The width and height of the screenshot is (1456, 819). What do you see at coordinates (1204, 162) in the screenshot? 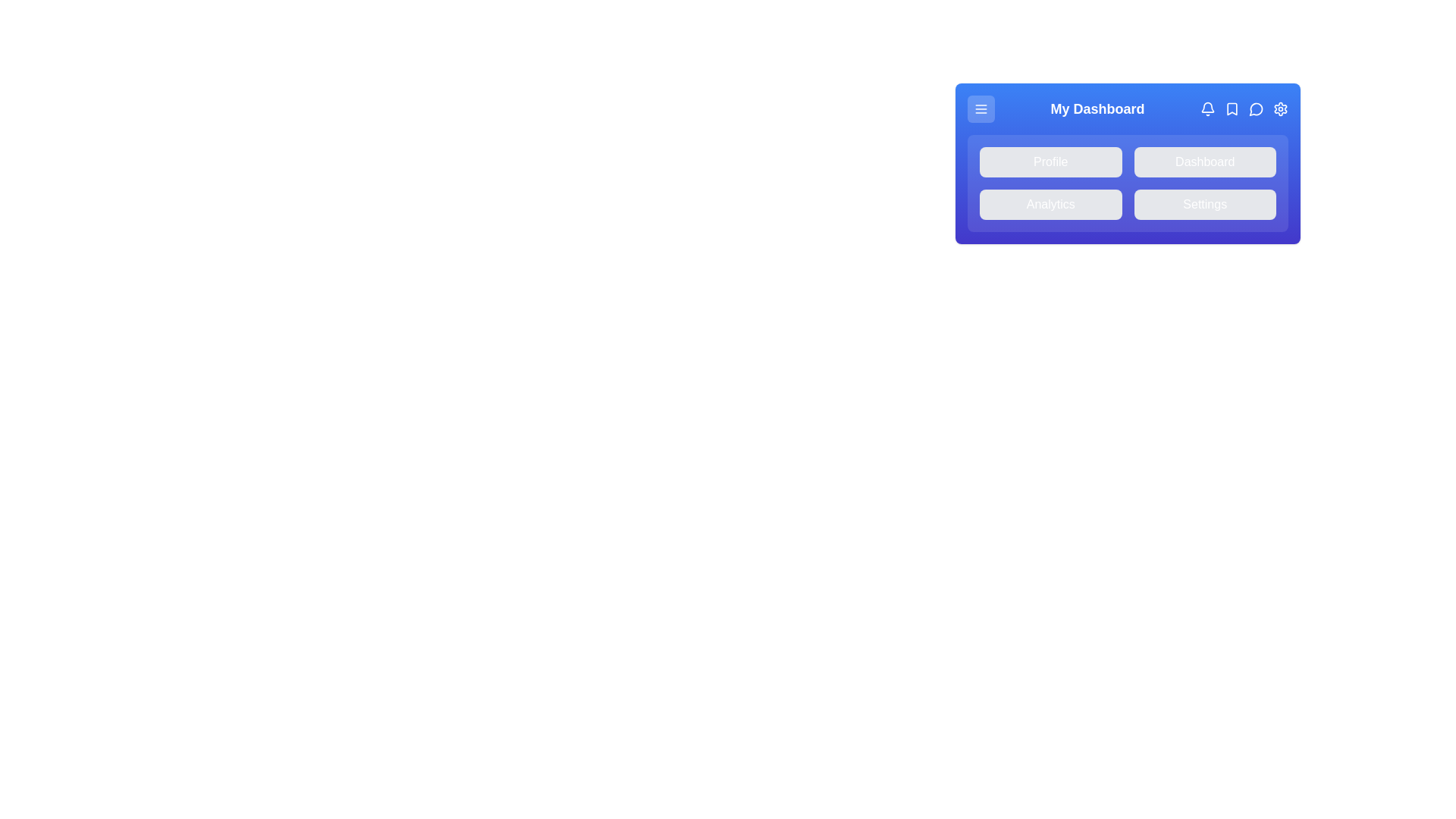
I see `the 'Dashboard' button in the menu` at bounding box center [1204, 162].